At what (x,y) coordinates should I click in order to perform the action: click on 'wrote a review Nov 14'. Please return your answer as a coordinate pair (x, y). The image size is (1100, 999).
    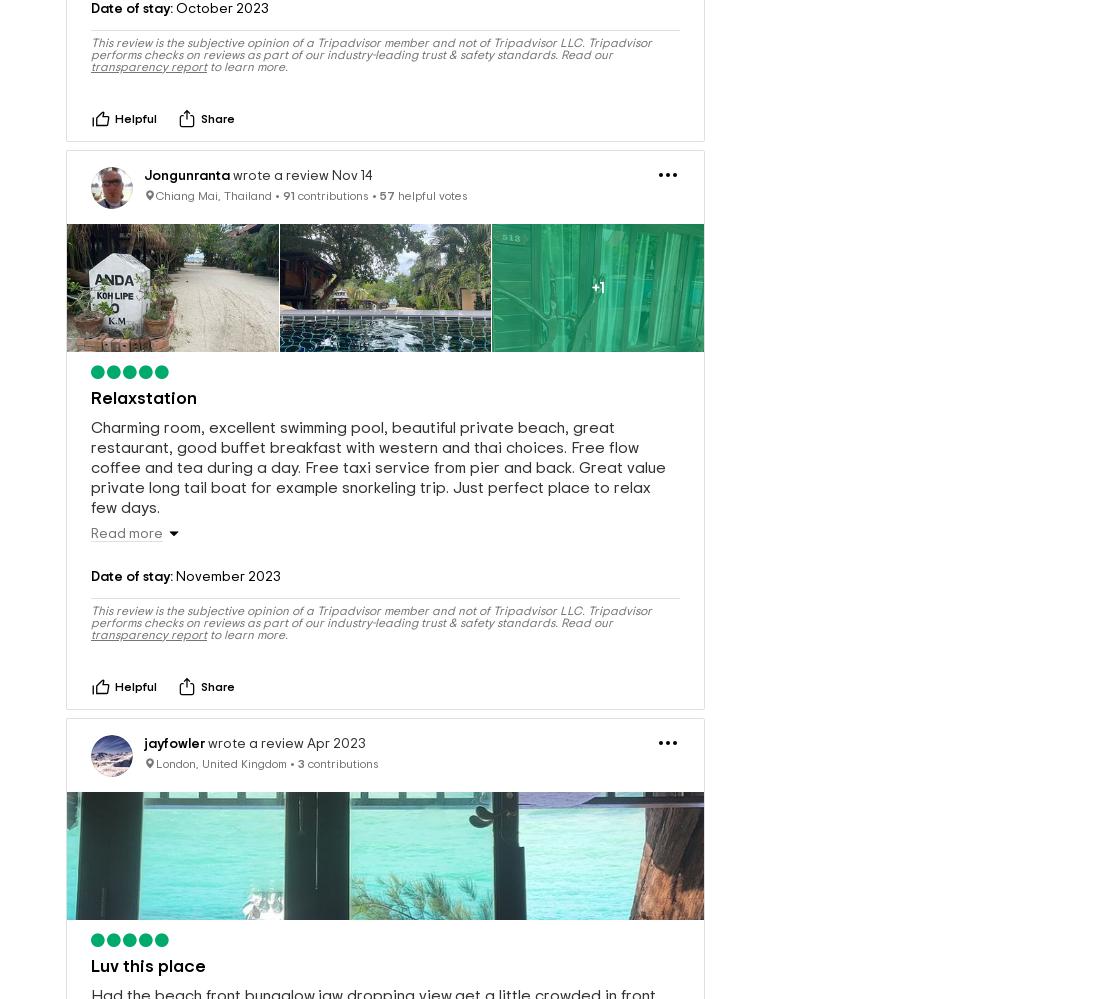
    Looking at the image, I should click on (230, 142).